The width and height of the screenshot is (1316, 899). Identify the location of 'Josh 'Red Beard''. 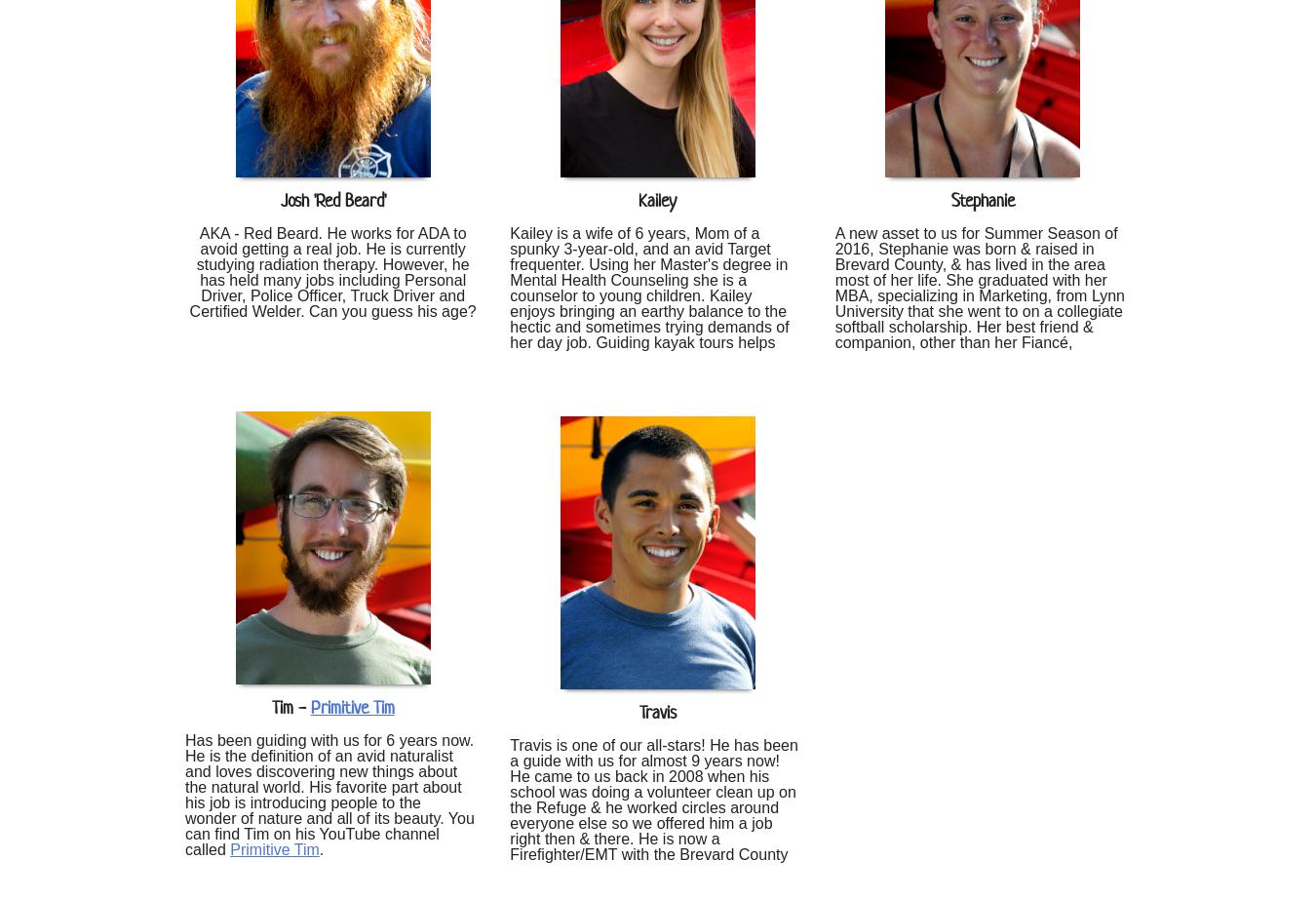
(332, 200).